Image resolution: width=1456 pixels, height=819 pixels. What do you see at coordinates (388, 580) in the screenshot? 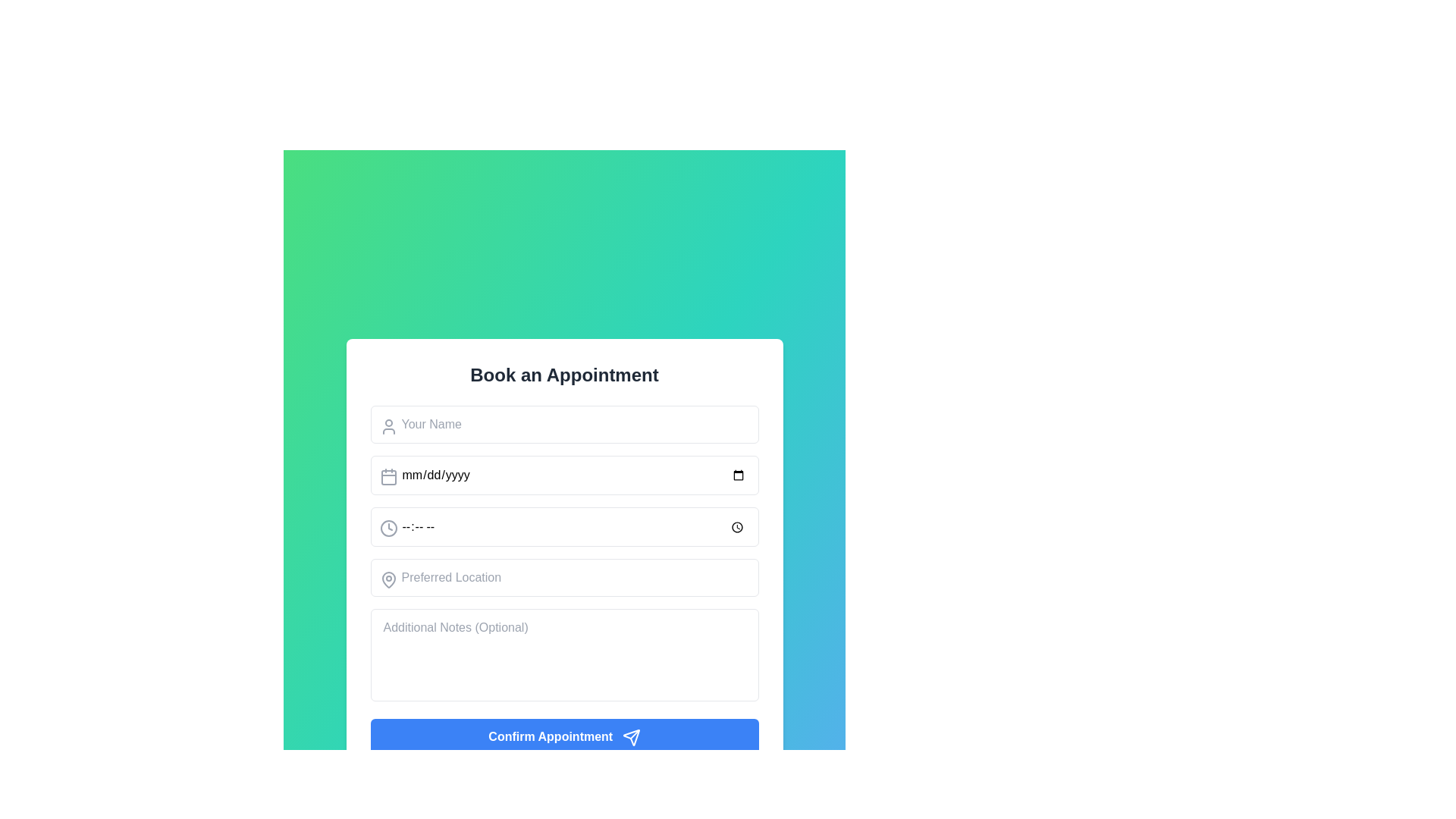
I see `the pin icon, which resembles a map location marker, located at the leftmost position within the 'Preferred Location' input field` at bounding box center [388, 580].